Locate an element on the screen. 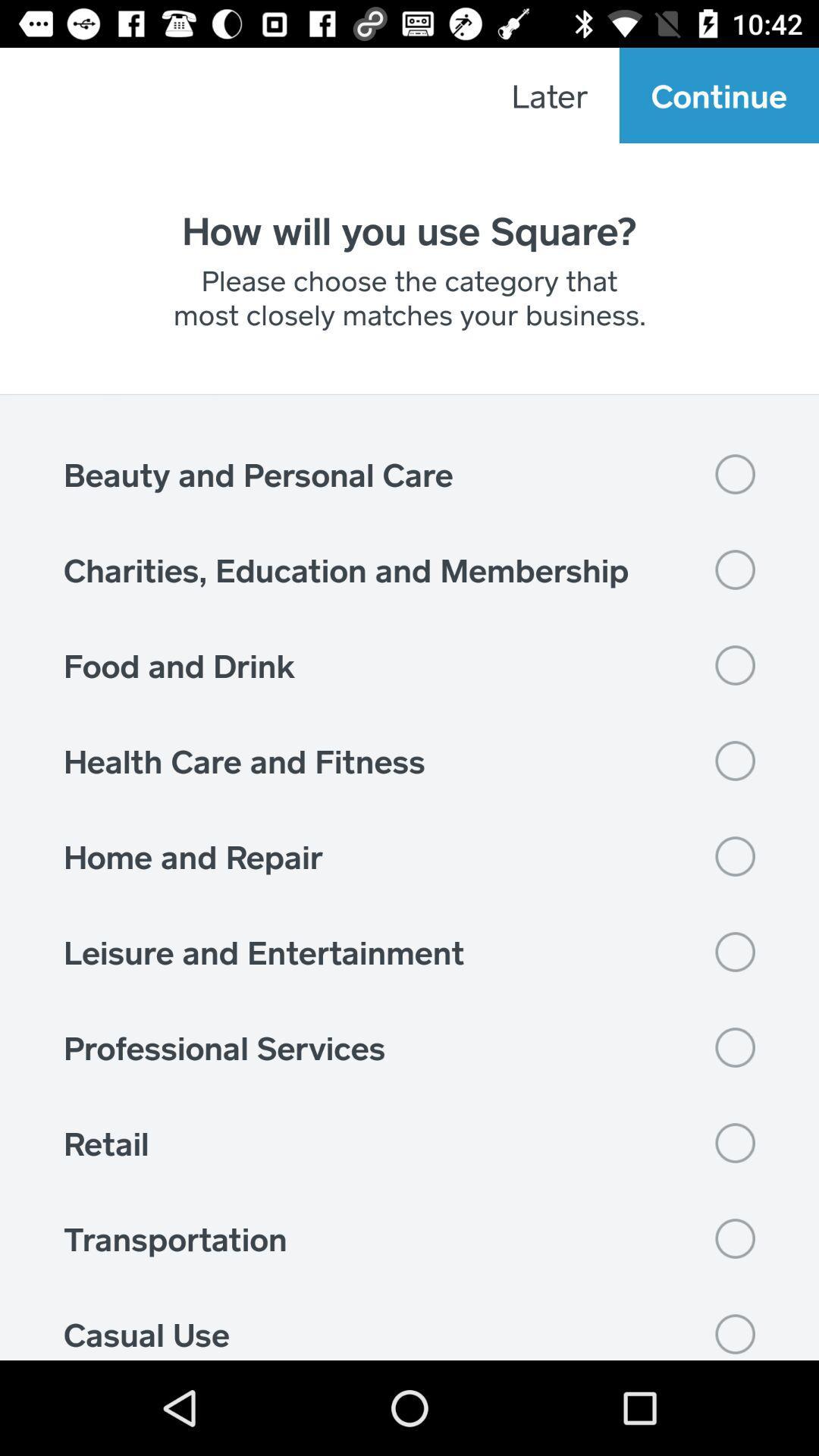 This screenshot has height=1456, width=819. home and repair icon is located at coordinates (409, 856).